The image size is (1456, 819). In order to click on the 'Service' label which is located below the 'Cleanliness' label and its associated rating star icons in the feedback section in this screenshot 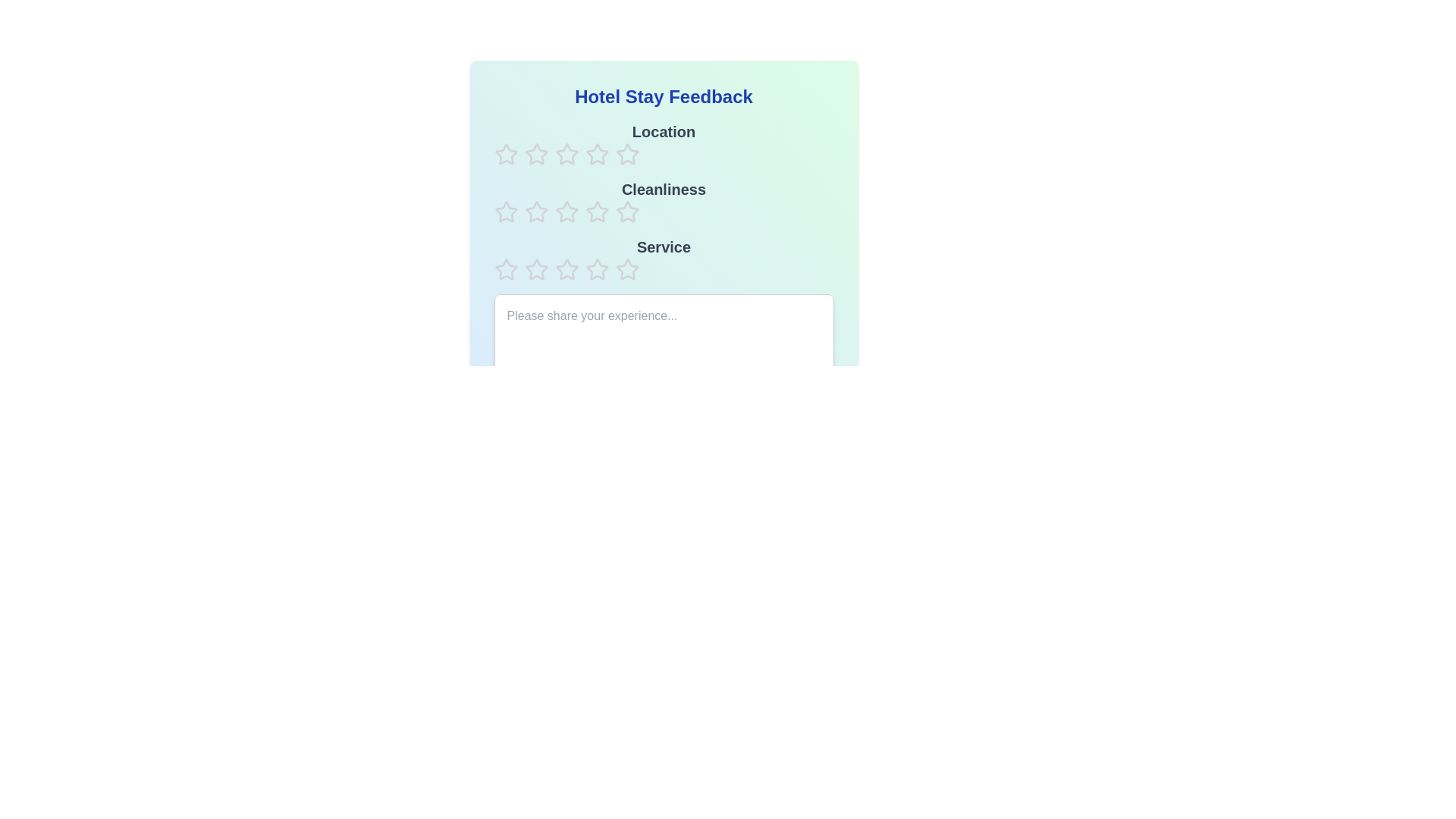, I will do `click(664, 246)`.